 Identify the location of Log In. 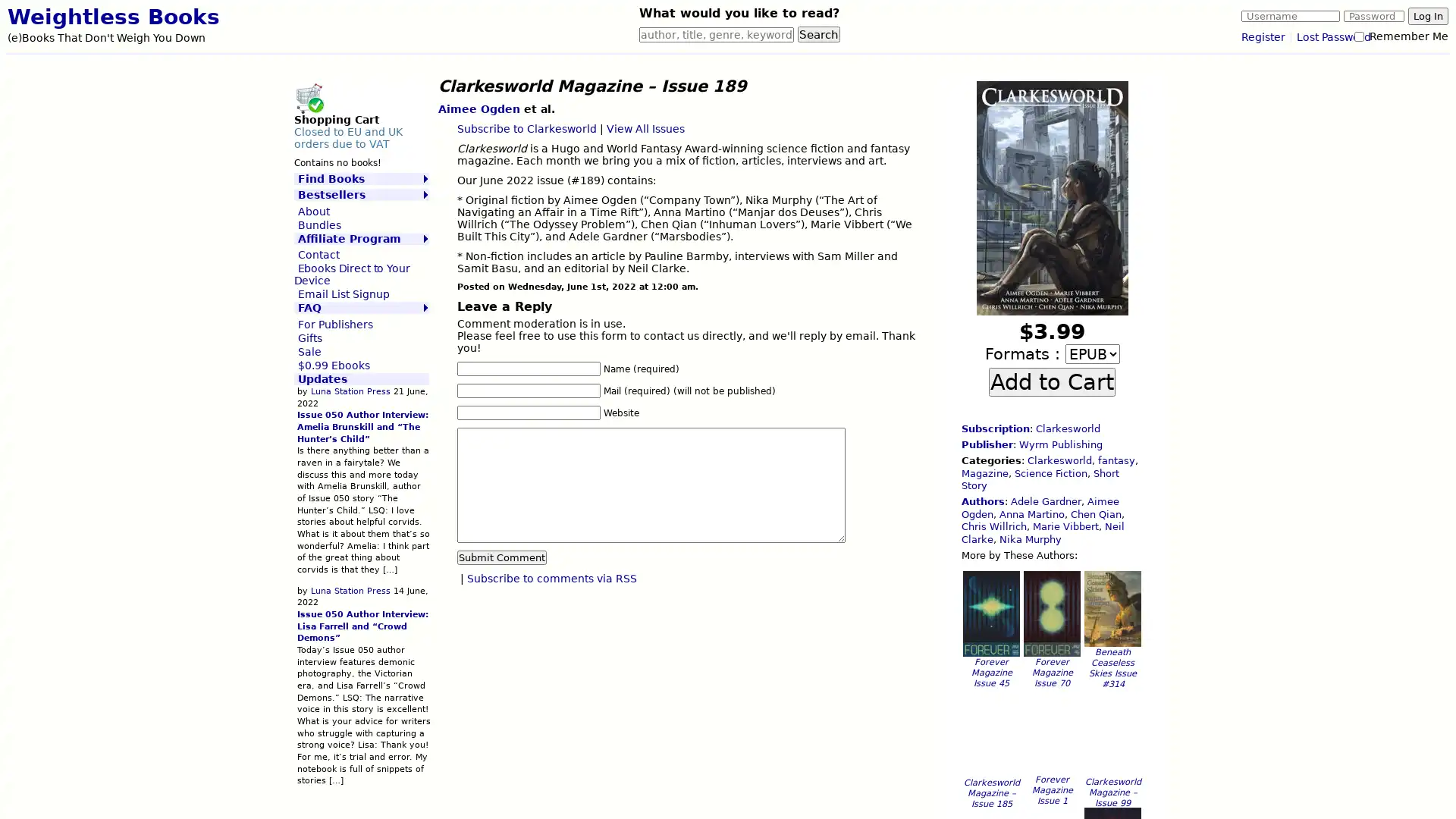
(1427, 16).